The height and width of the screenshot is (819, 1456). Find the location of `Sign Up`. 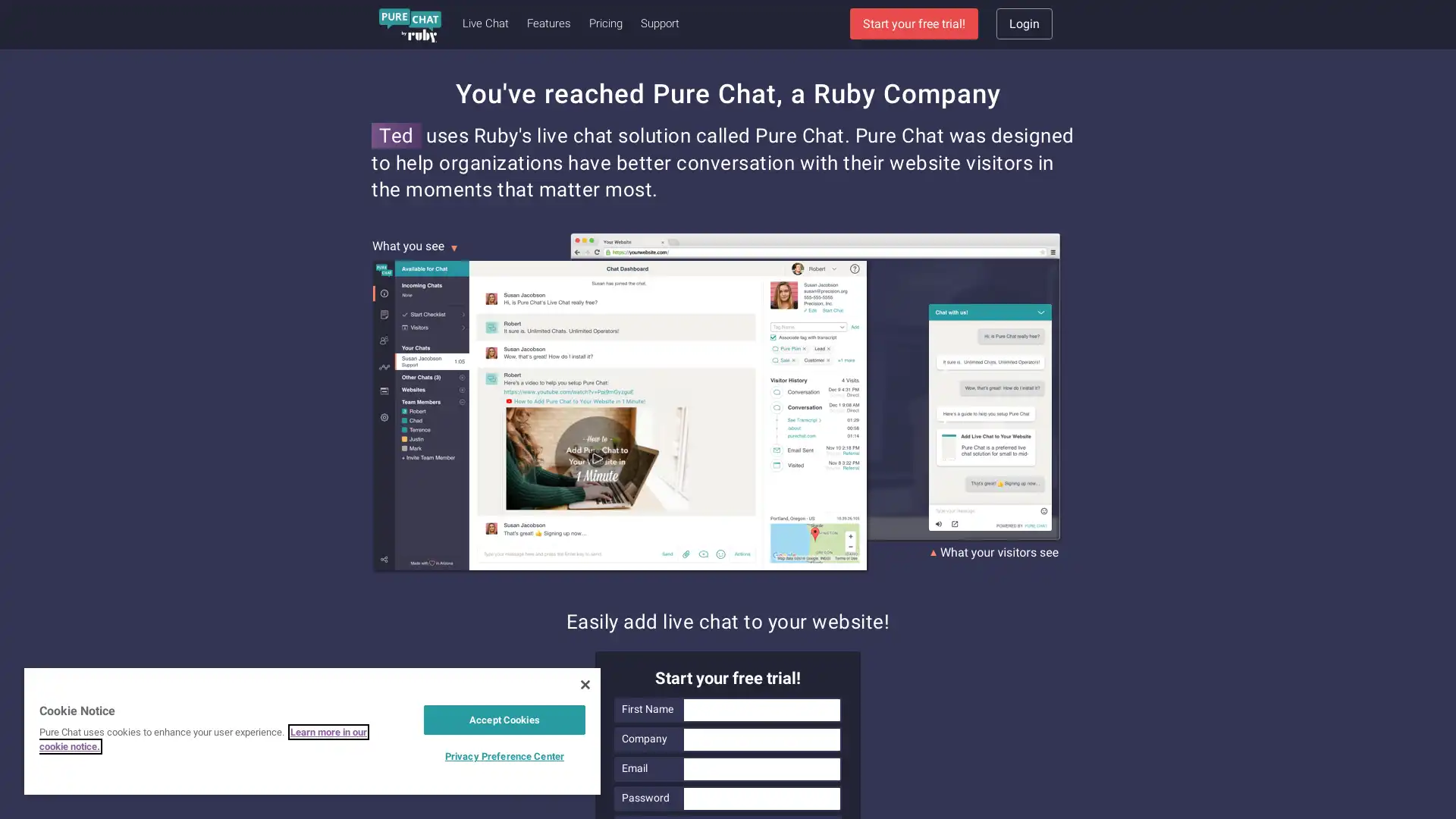

Sign Up is located at coordinates (726, 155).